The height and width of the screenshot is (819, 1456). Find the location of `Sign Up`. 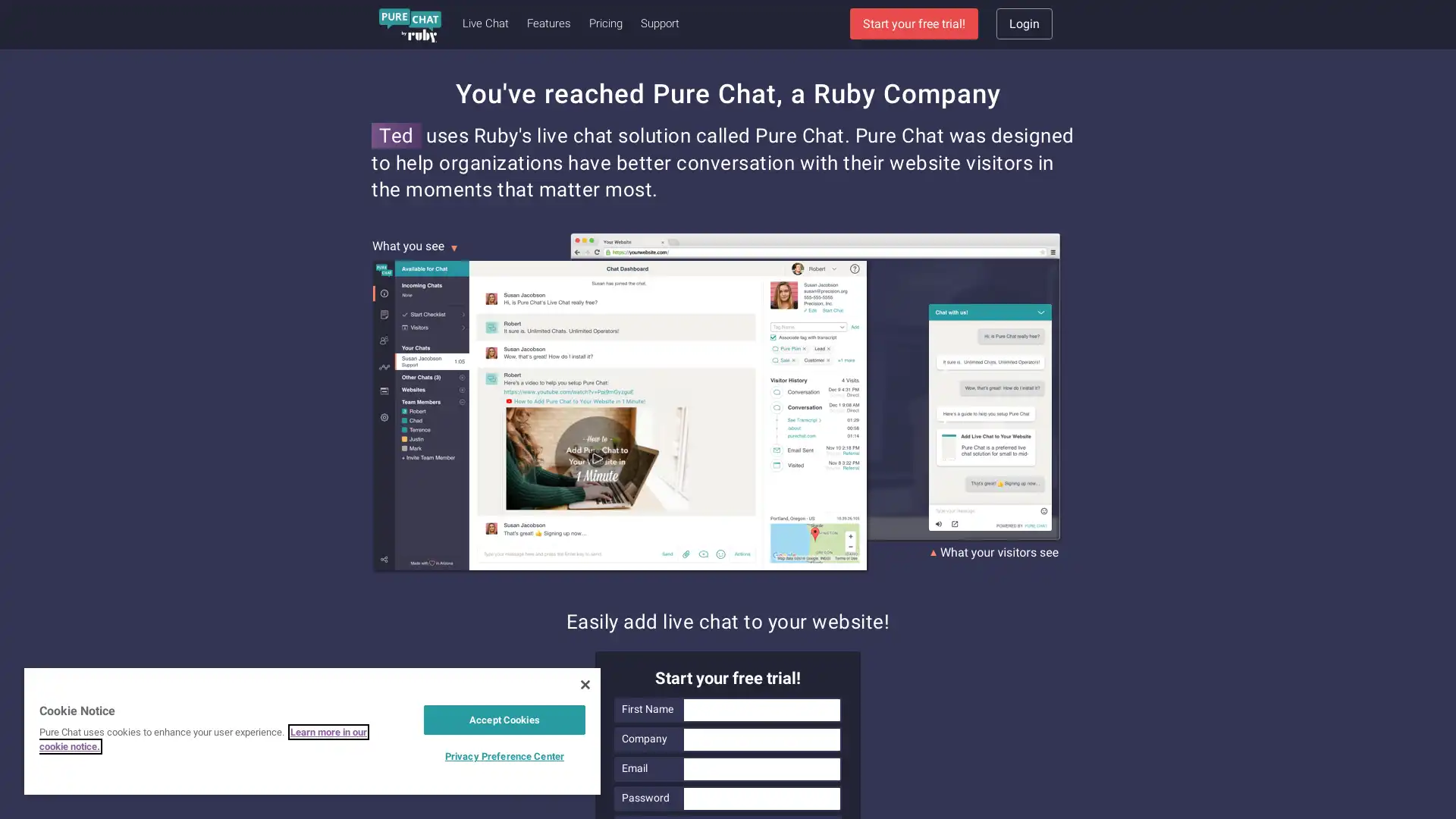

Sign Up is located at coordinates (726, 155).